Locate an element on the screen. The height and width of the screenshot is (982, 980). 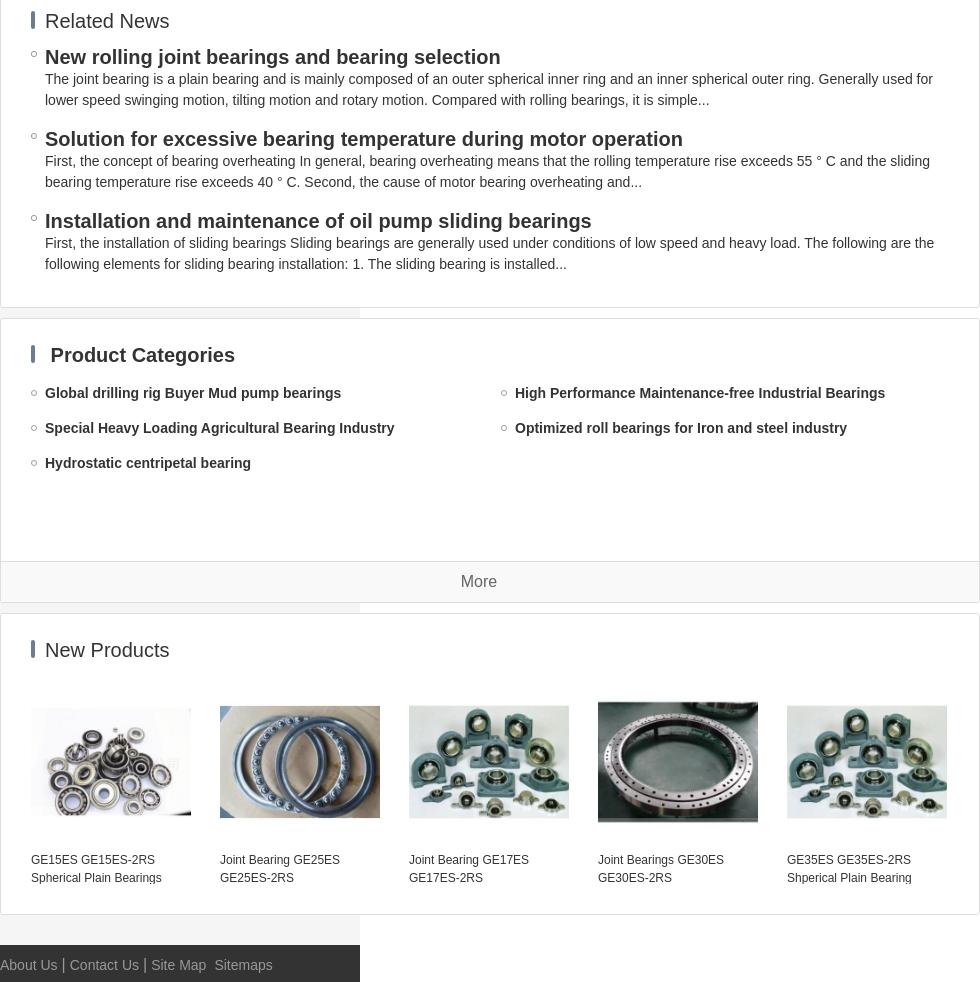
'The joint bearing  is a plain bearing and is mainly composed of an outer spherical inner ring and an inner spherical outer ring. Generally used for lower speed swinging motion, tilting motion and rotary motion. Compared with rolling bearings, it is simple...' is located at coordinates (44, 88).